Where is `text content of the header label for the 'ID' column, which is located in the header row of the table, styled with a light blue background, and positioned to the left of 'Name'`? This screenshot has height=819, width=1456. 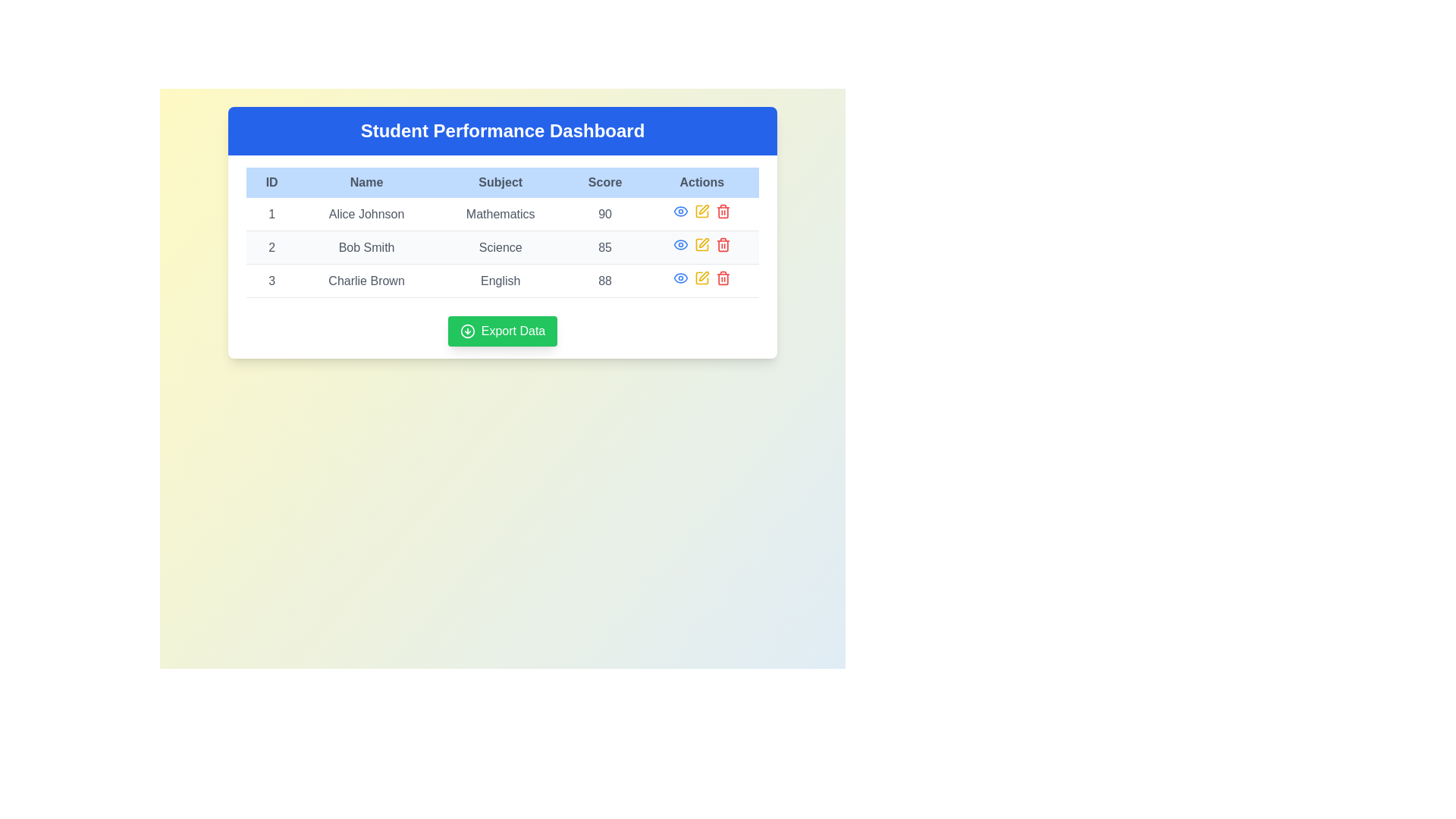 text content of the header label for the 'ID' column, which is located in the header row of the table, styled with a light blue background, and positioned to the left of 'Name' is located at coordinates (271, 181).